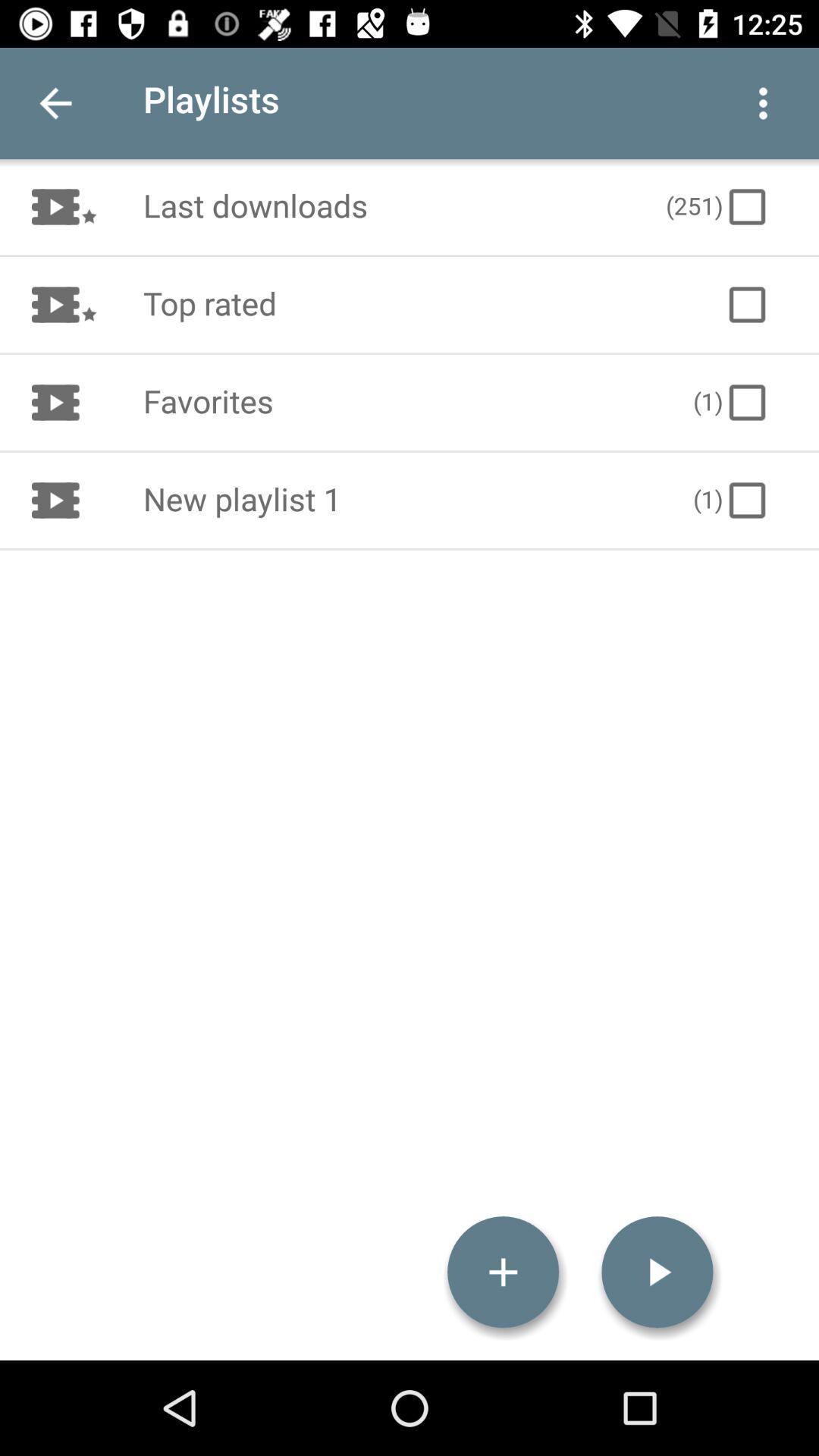 This screenshot has width=819, height=1456. I want to click on the icon to the left of the (251), so click(388, 206).